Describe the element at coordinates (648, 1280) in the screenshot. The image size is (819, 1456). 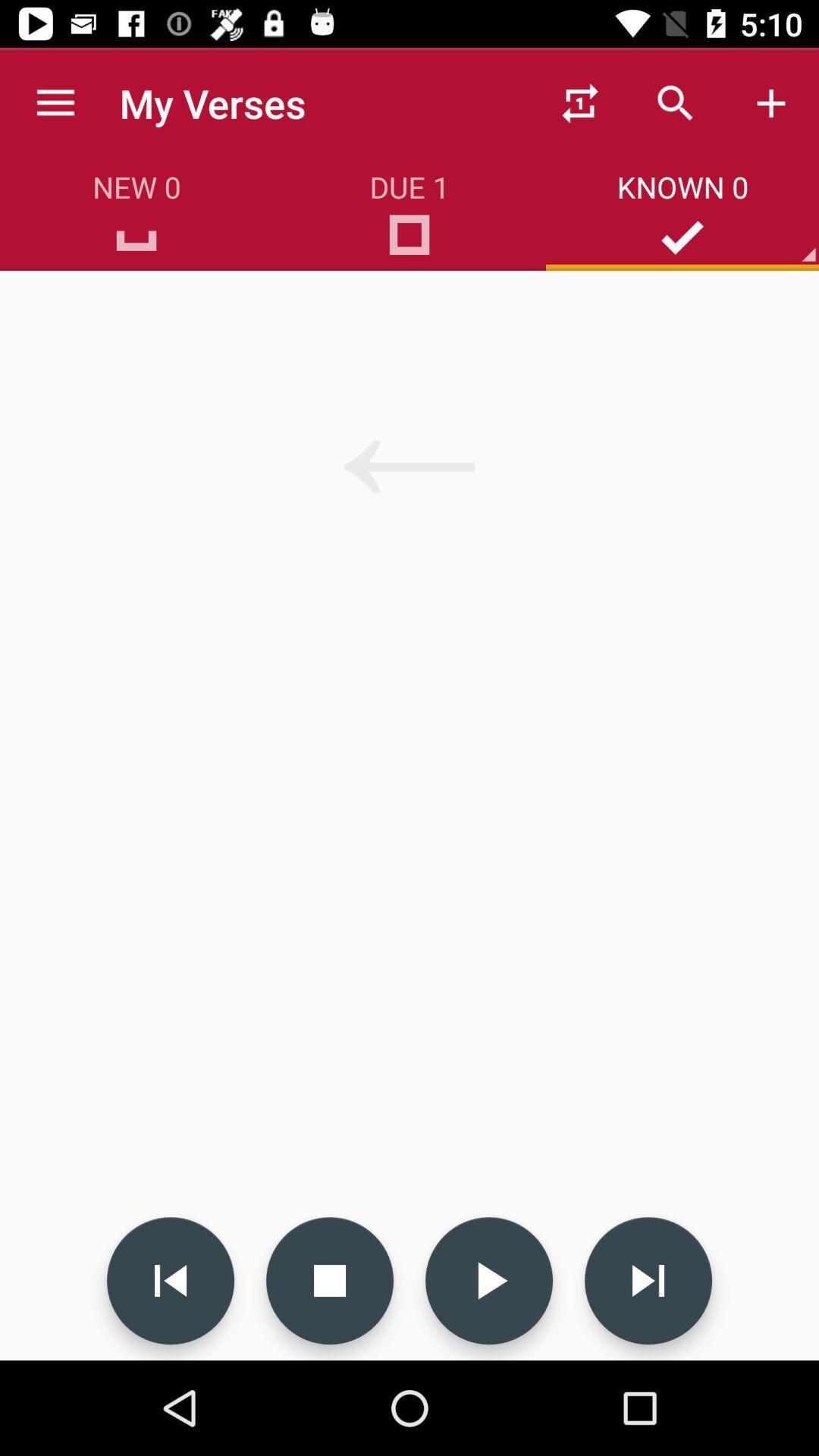
I see `the next button` at that location.